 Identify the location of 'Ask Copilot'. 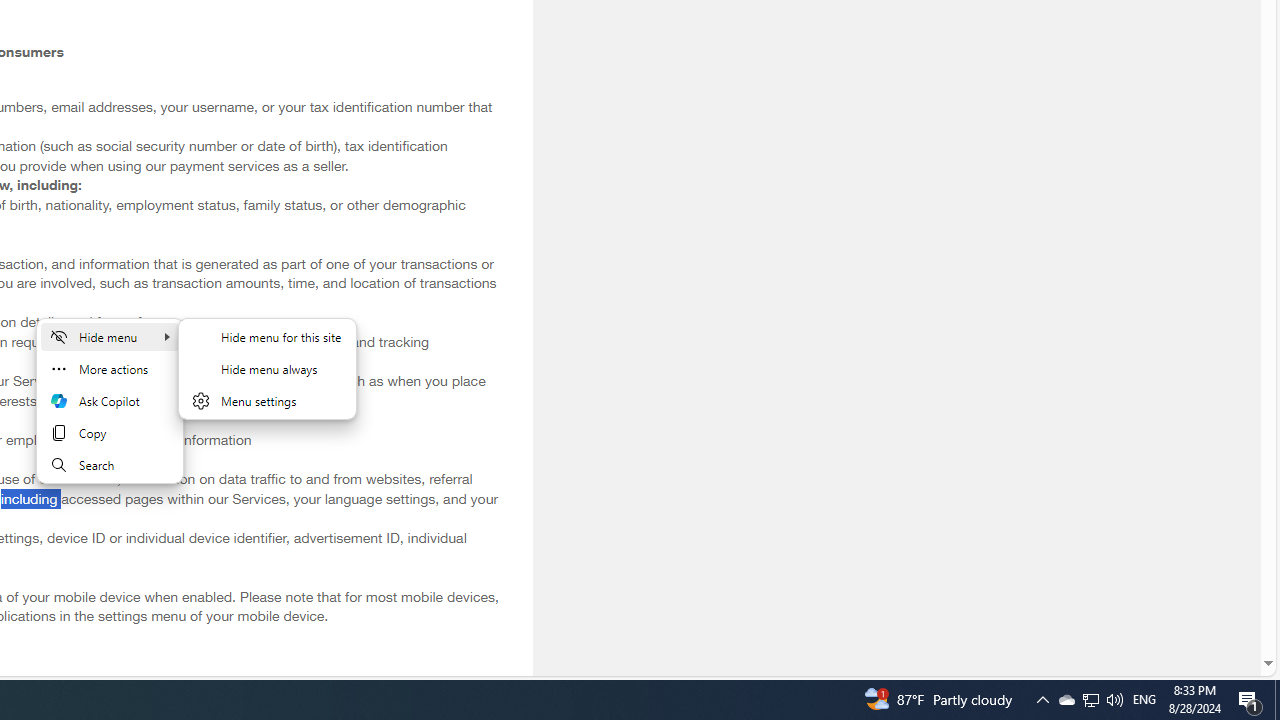
(109, 401).